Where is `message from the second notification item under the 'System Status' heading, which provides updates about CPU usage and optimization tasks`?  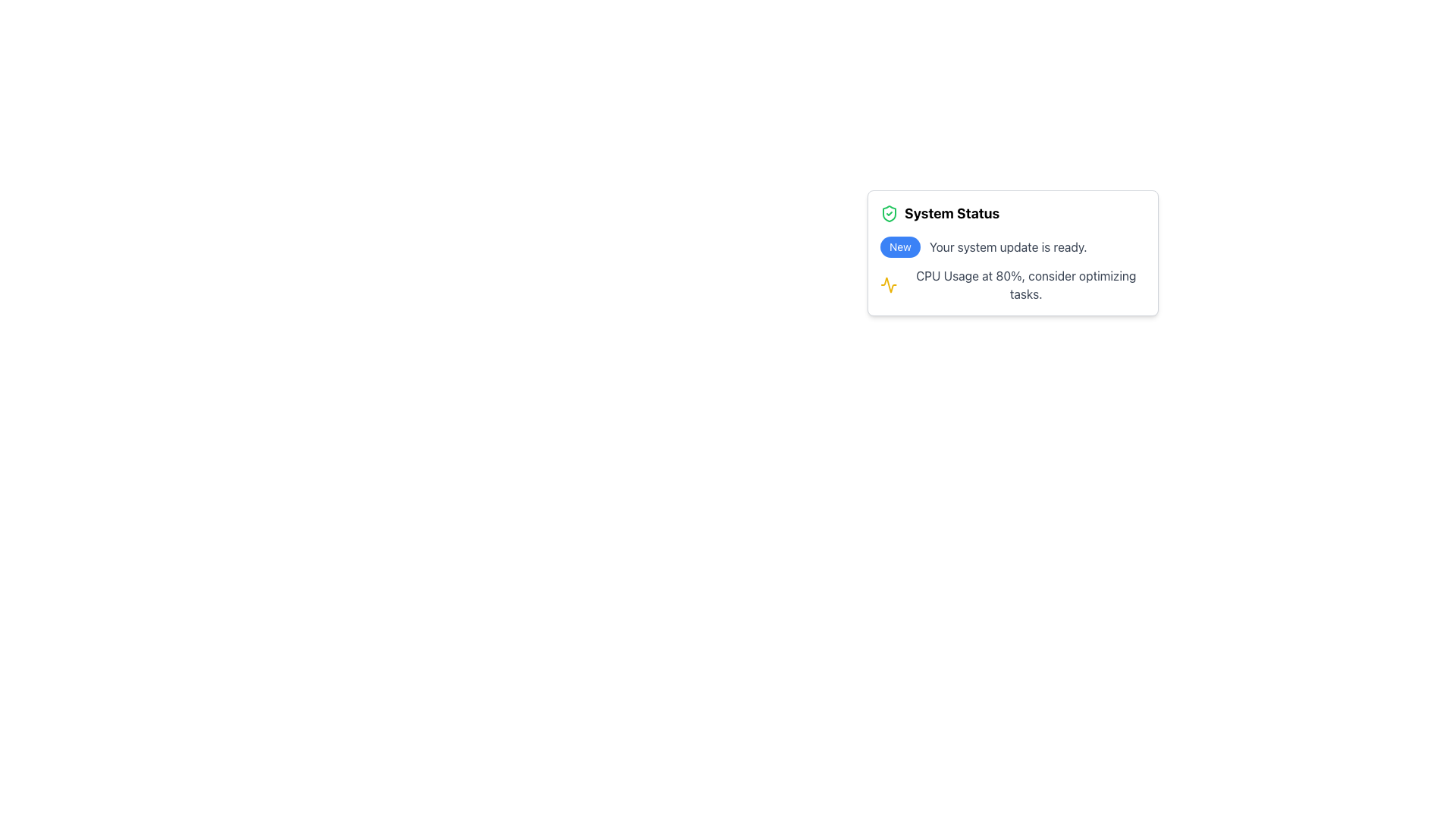
message from the second notification item under the 'System Status' heading, which provides updates about CPU usage and optimization tasks is located at coordinates (1012, 284).